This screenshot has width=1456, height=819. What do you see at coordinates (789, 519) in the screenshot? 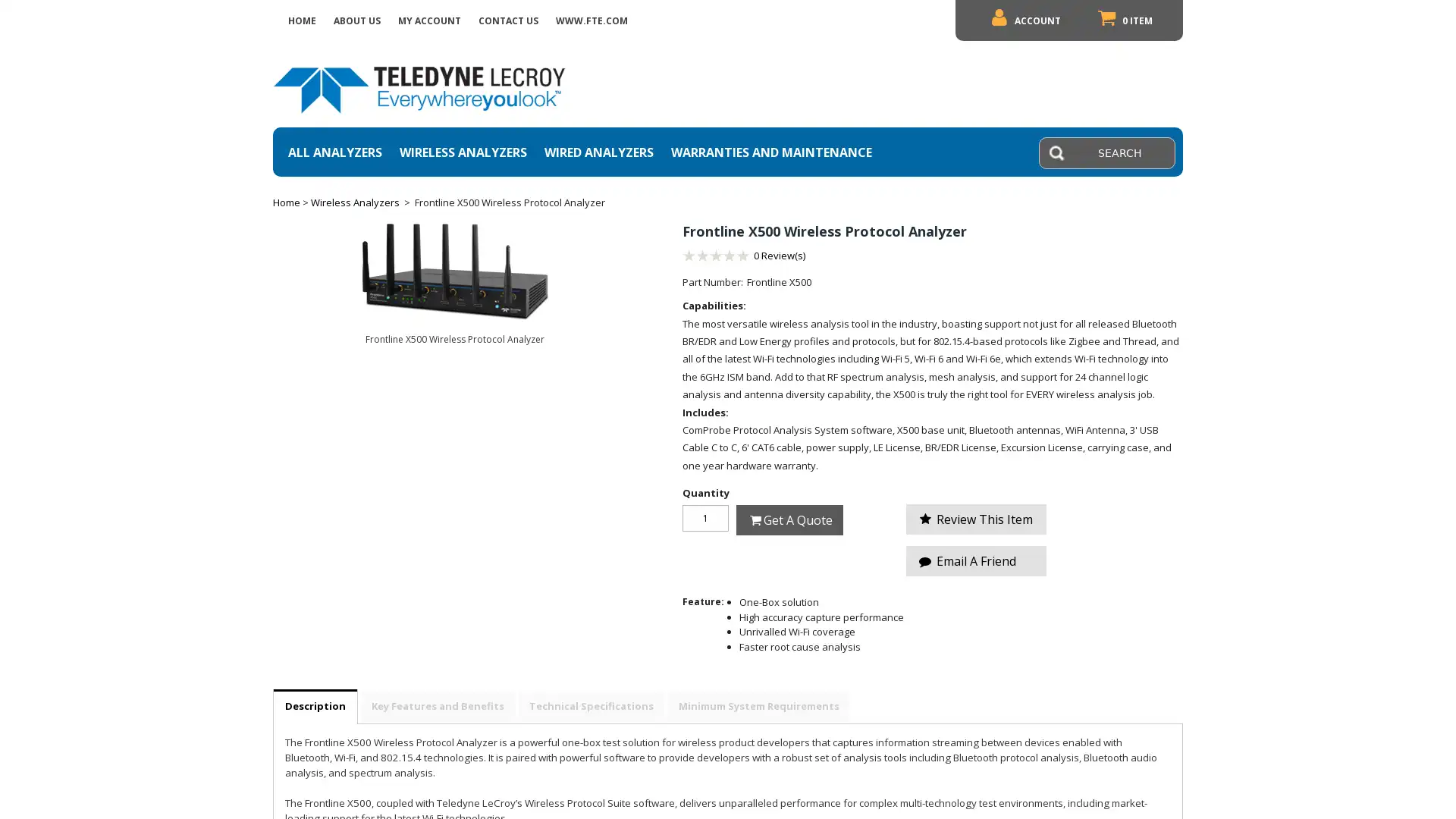
I see `Get A Quote` at bounding box center [789, 519].